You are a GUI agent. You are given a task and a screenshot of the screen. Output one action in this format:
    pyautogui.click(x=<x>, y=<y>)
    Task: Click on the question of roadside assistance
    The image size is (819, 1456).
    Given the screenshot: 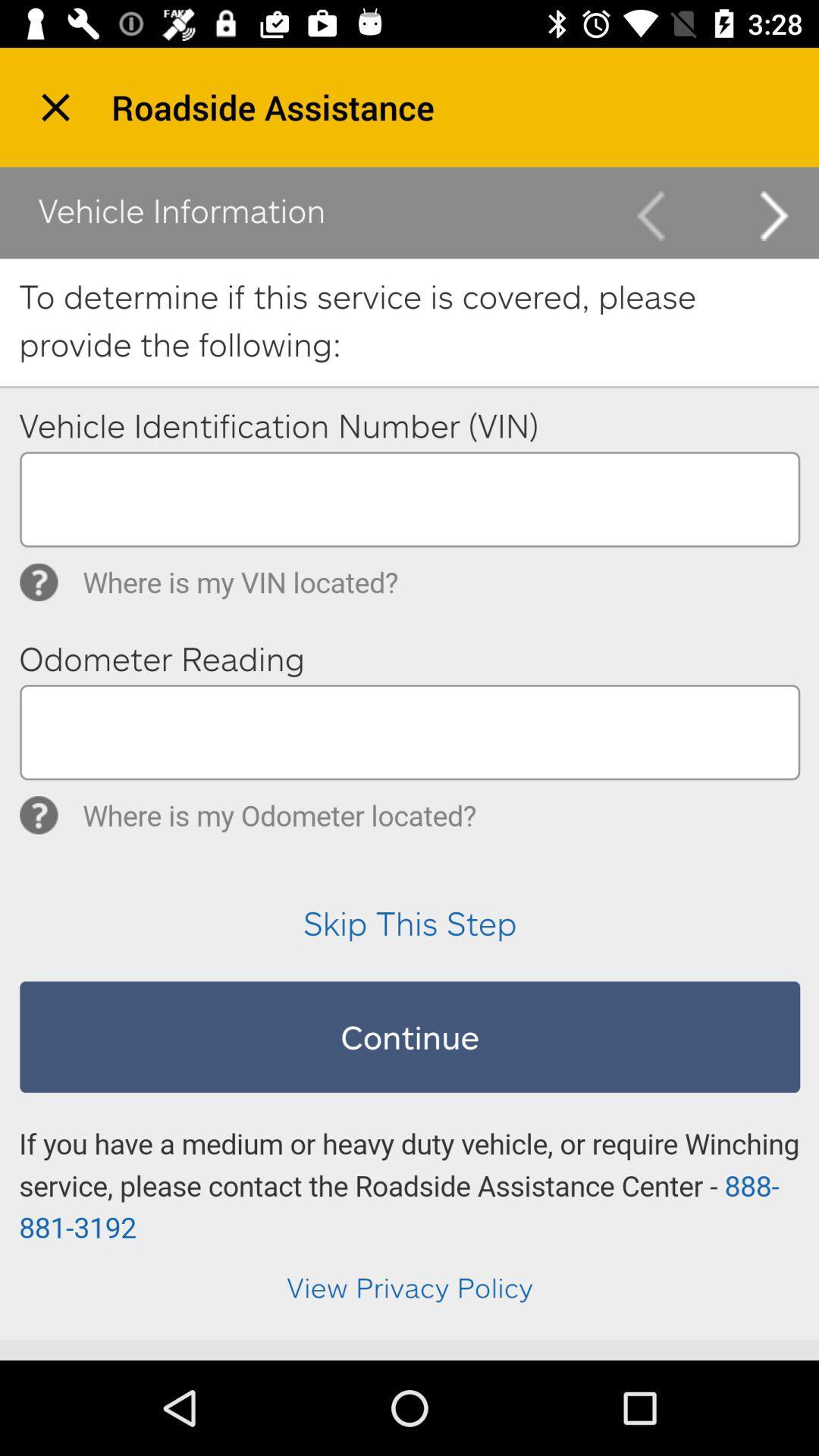 What is the action you would take?
    pyautogui.click(x=409, y=753)
    